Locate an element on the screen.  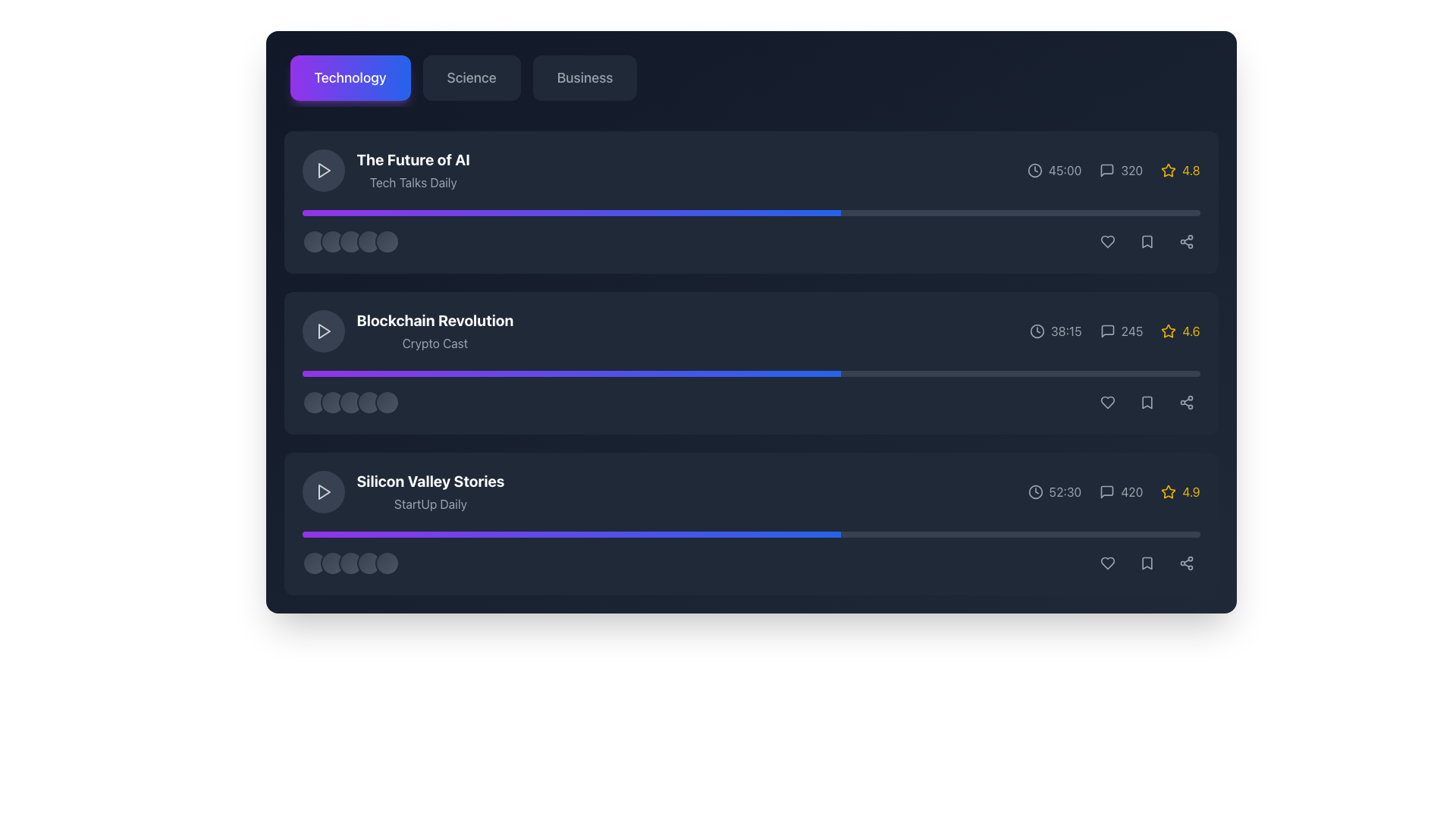
the heart-shaped SVG icon located near the rightmost side of the second entry in a vertically stacked list is located at coordinates (1107, 402).